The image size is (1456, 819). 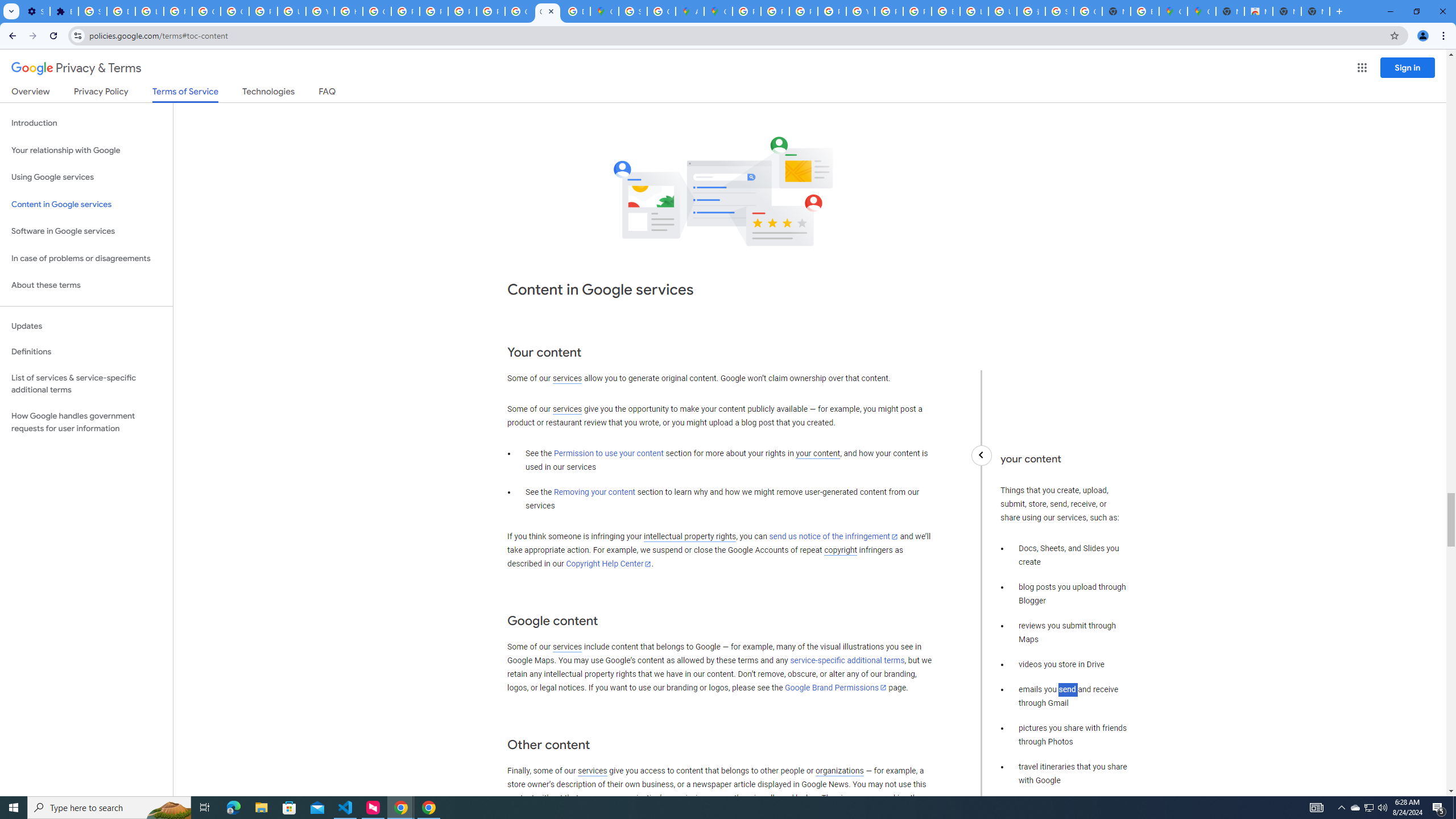 I want to click on 'Definitions', so click(x=86, y=351).